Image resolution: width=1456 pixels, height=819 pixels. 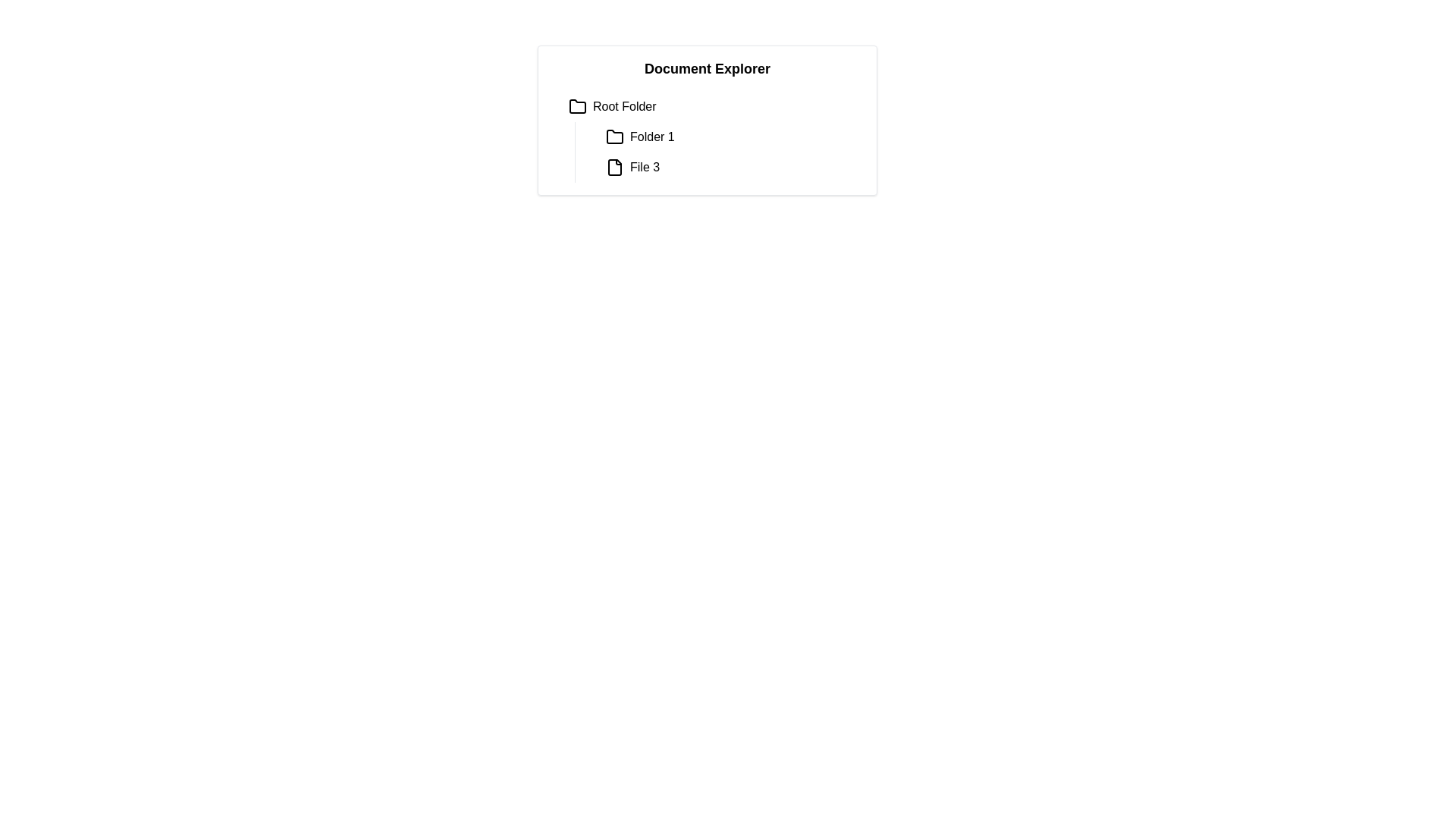 What do you see at coordinates (712, 106) in the screenshot?
I see `the 'Root Folder' item in the hierarchical navigation list` at bounding box center [712, 106].